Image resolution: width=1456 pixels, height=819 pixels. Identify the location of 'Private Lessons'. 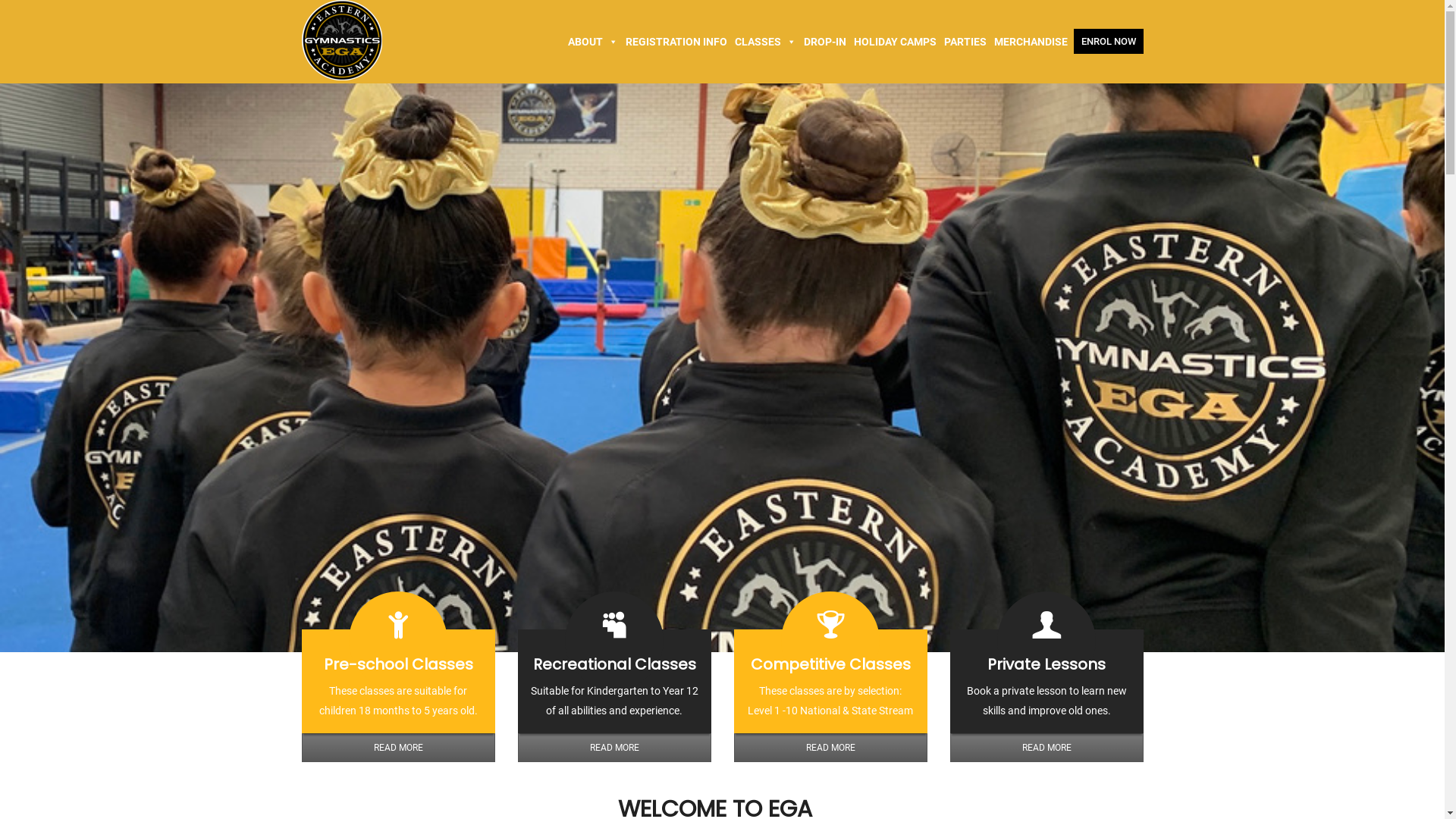
(1046, 663).